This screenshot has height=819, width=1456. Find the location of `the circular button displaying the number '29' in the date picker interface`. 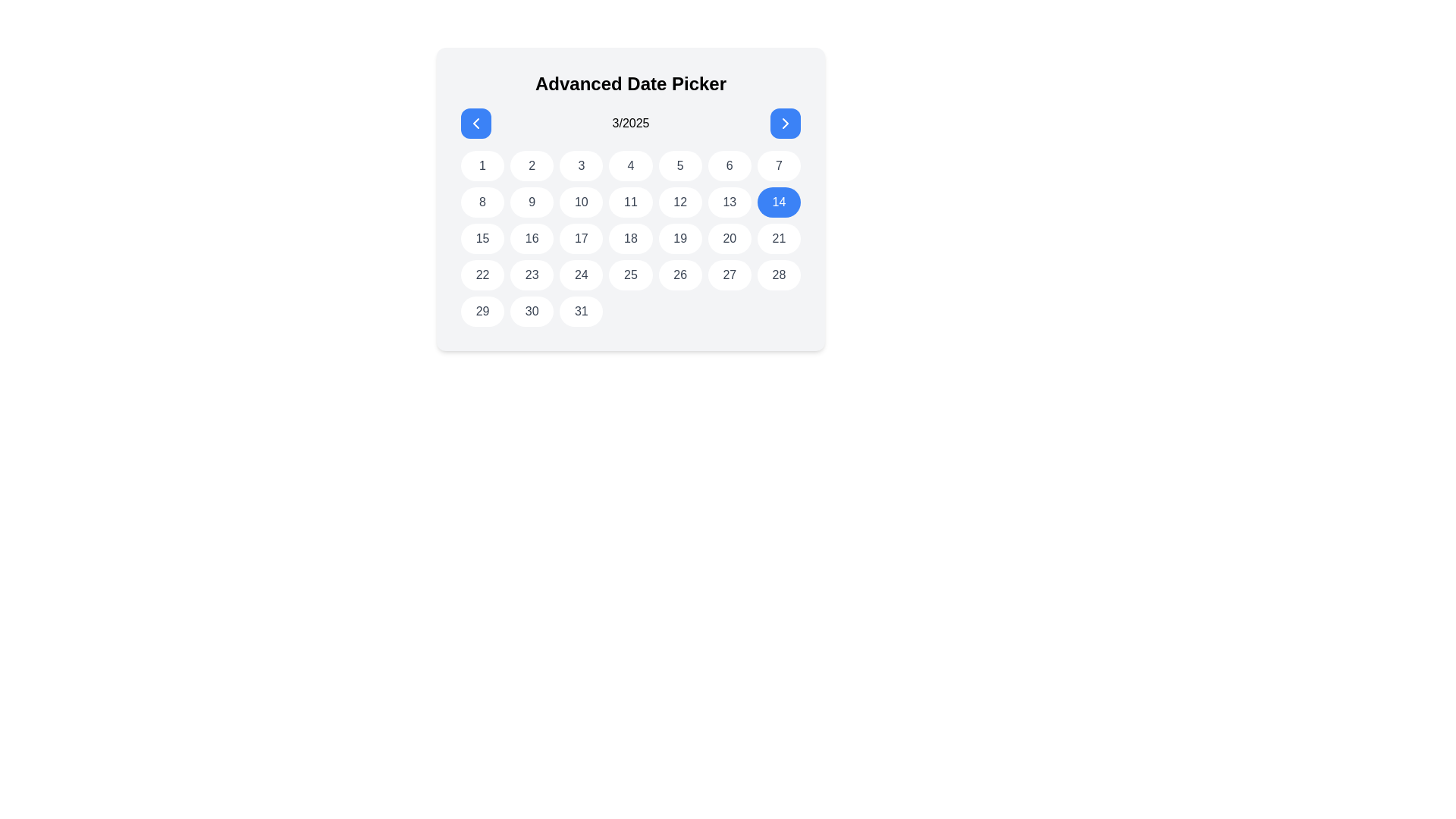

the circular button displaying the number '29' in the date picker interface is located at coordinates (482, 311).